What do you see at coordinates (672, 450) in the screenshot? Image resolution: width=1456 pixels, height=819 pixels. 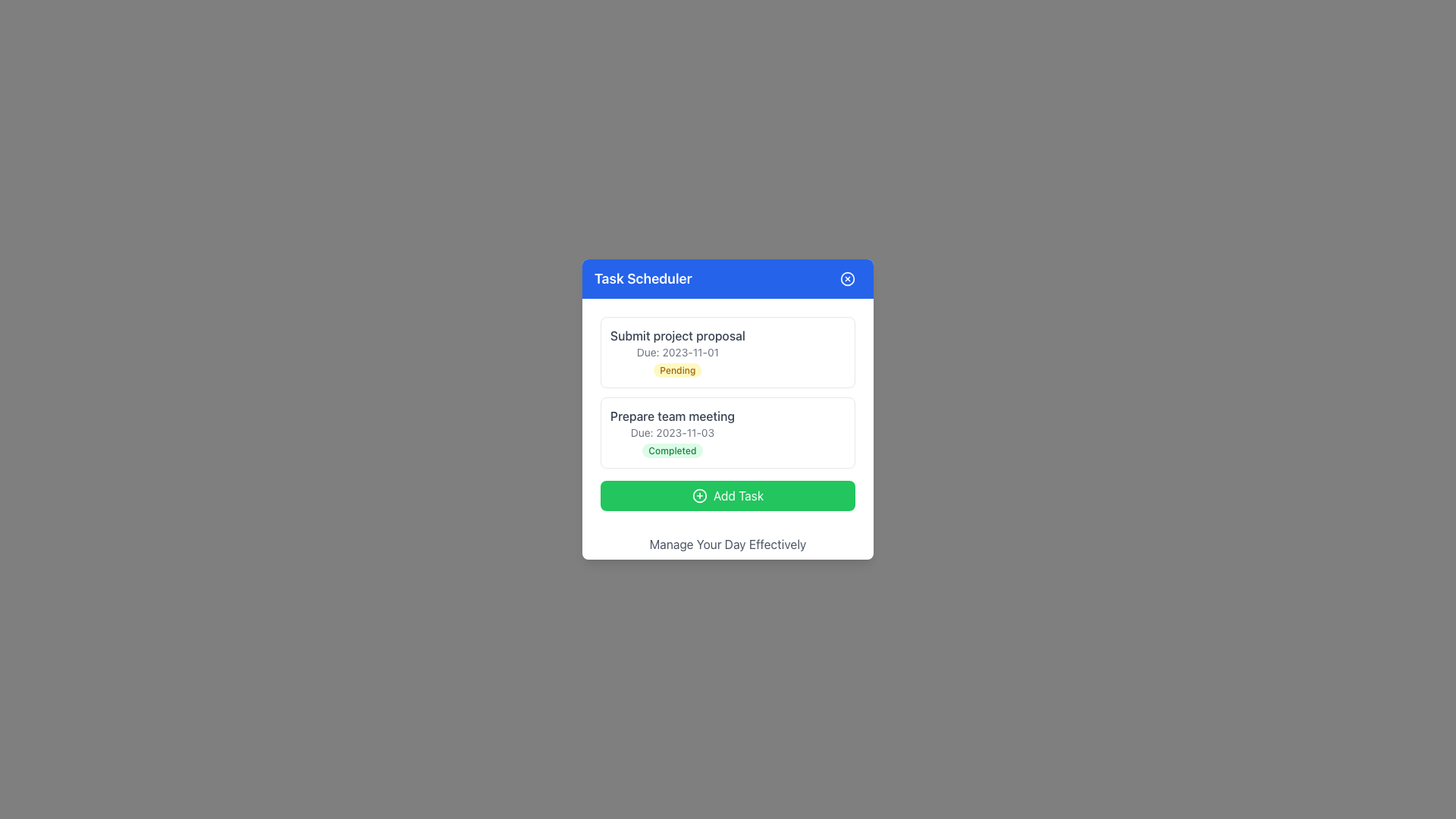 I see `the completed task status badge located below the title and due date fields of the 'Prepare team meeting' task in the task list` at bounding box center [672, 450].